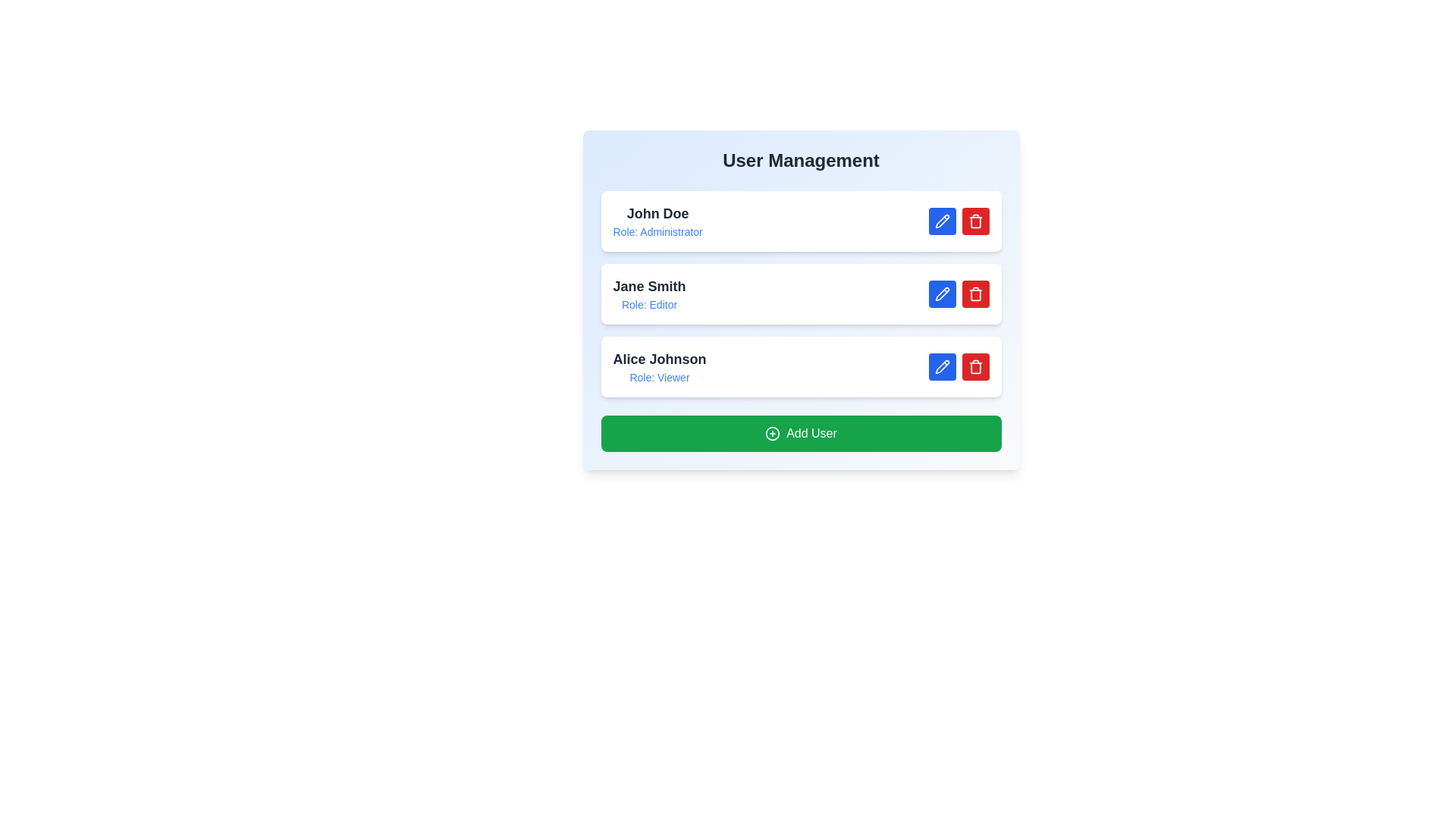  What do you see at coordinates (975, 294) in the screenshot?
I see `delete button for the user Jane Smith to remove them from the list` at bounding box center [975, 294].